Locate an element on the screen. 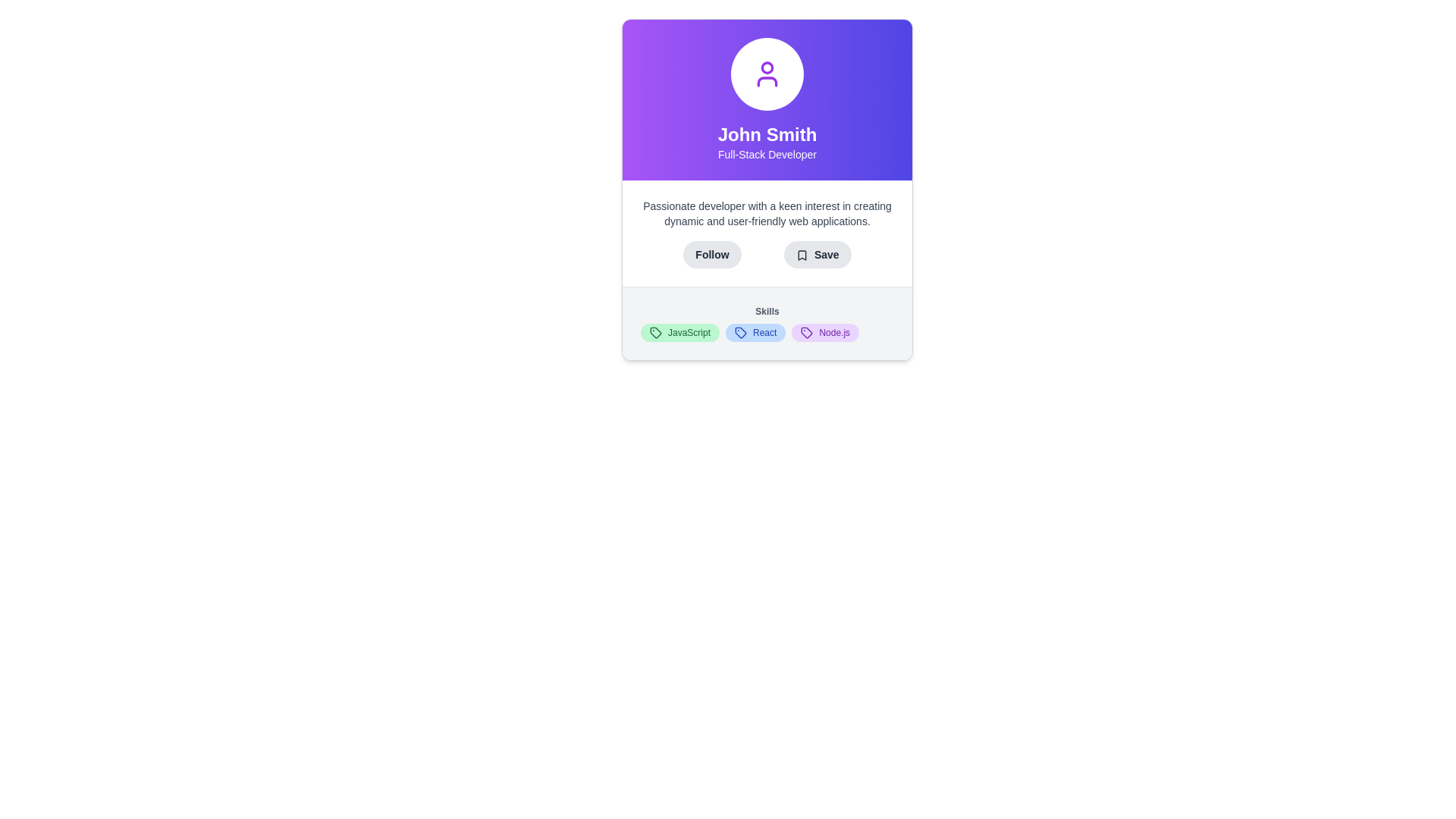  the 'Save' icon (SVG graphic) located next to the 'Save' button in the user profile card is located at coordinates (802, 255).